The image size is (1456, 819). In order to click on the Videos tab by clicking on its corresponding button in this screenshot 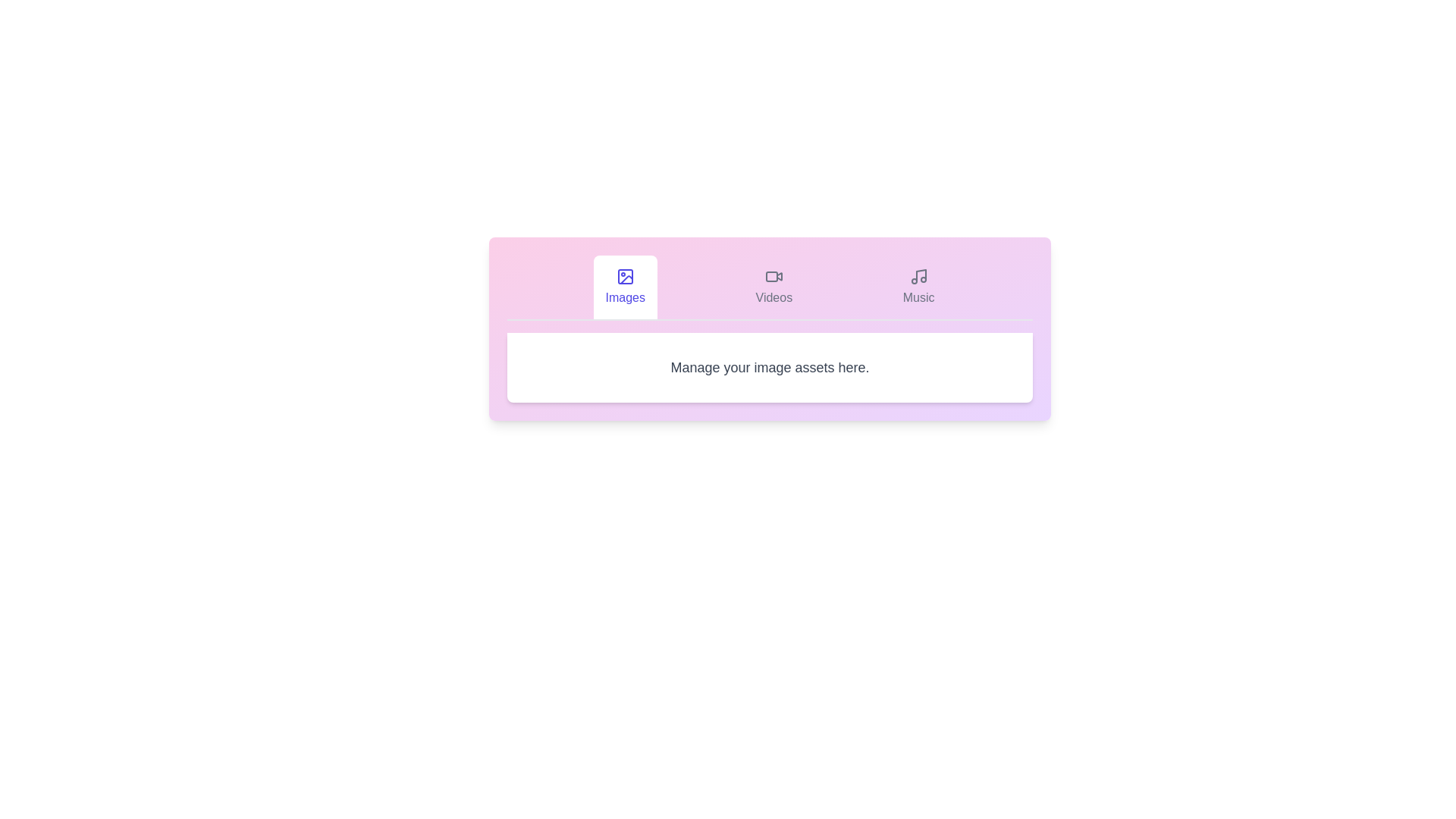, I will do `click(773, 287)`.